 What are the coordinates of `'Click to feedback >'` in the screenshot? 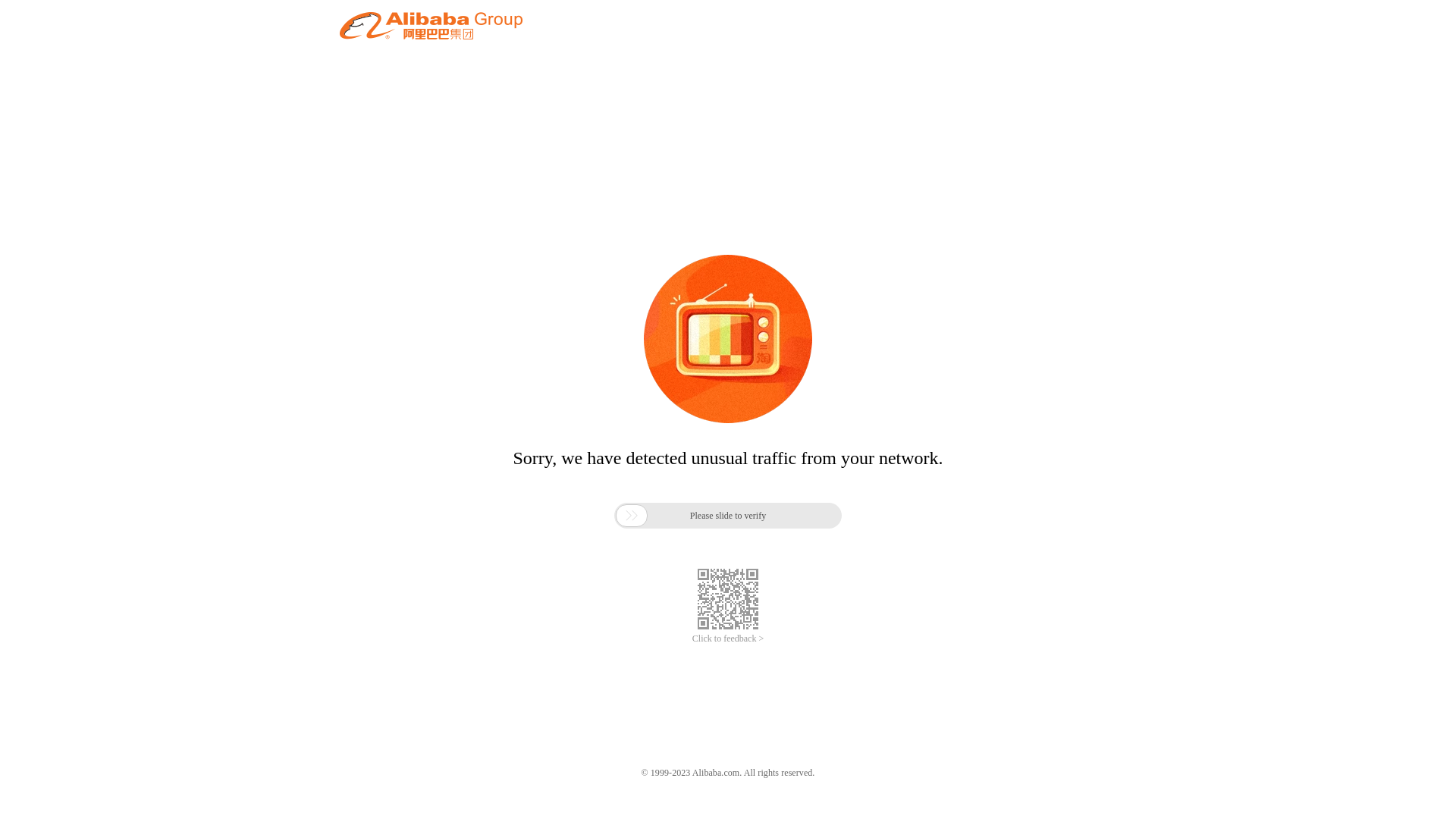 It's located at (728, 639).